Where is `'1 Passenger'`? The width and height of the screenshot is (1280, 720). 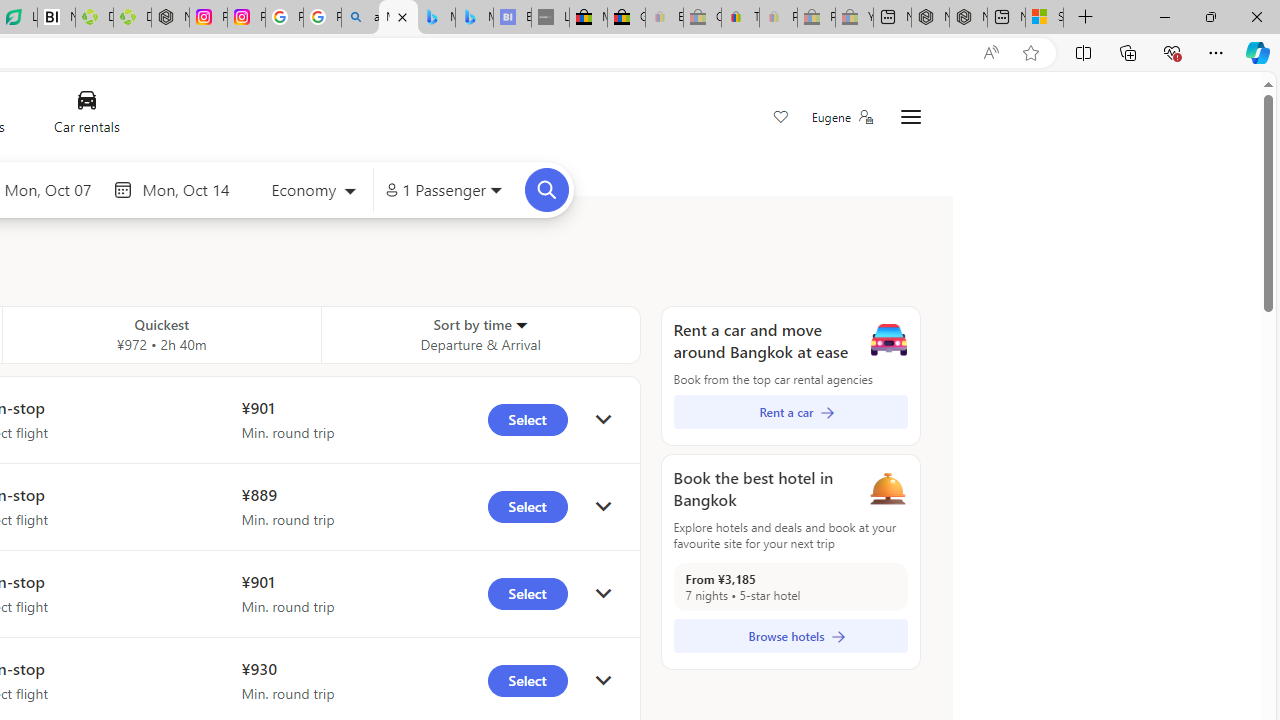
'1 Passenger' is located at coordinates (442, 190).